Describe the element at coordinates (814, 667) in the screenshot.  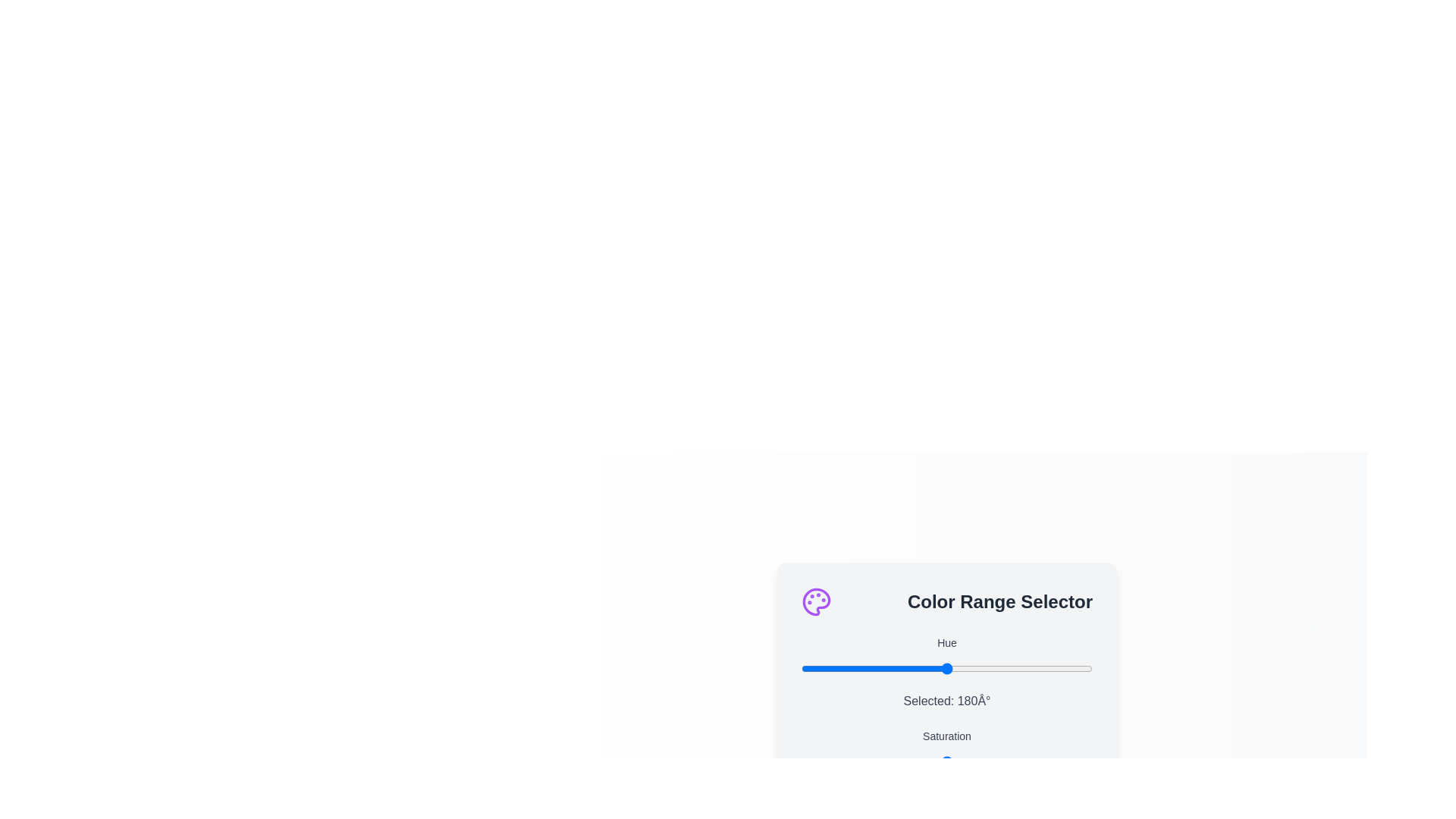
I see `the hue value on the slider` at that location.